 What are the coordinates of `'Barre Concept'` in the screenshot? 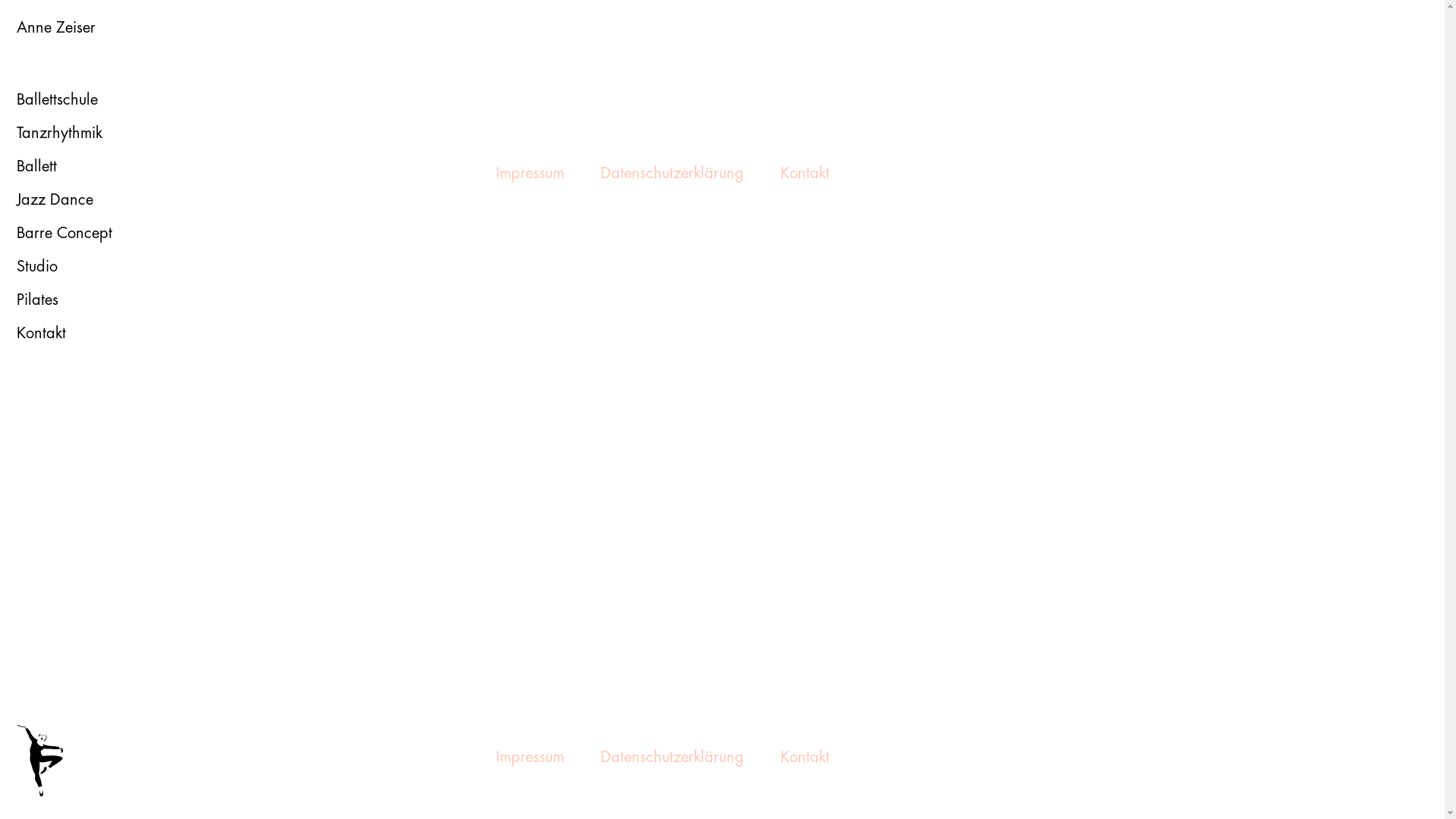 It's located at (64, 233).